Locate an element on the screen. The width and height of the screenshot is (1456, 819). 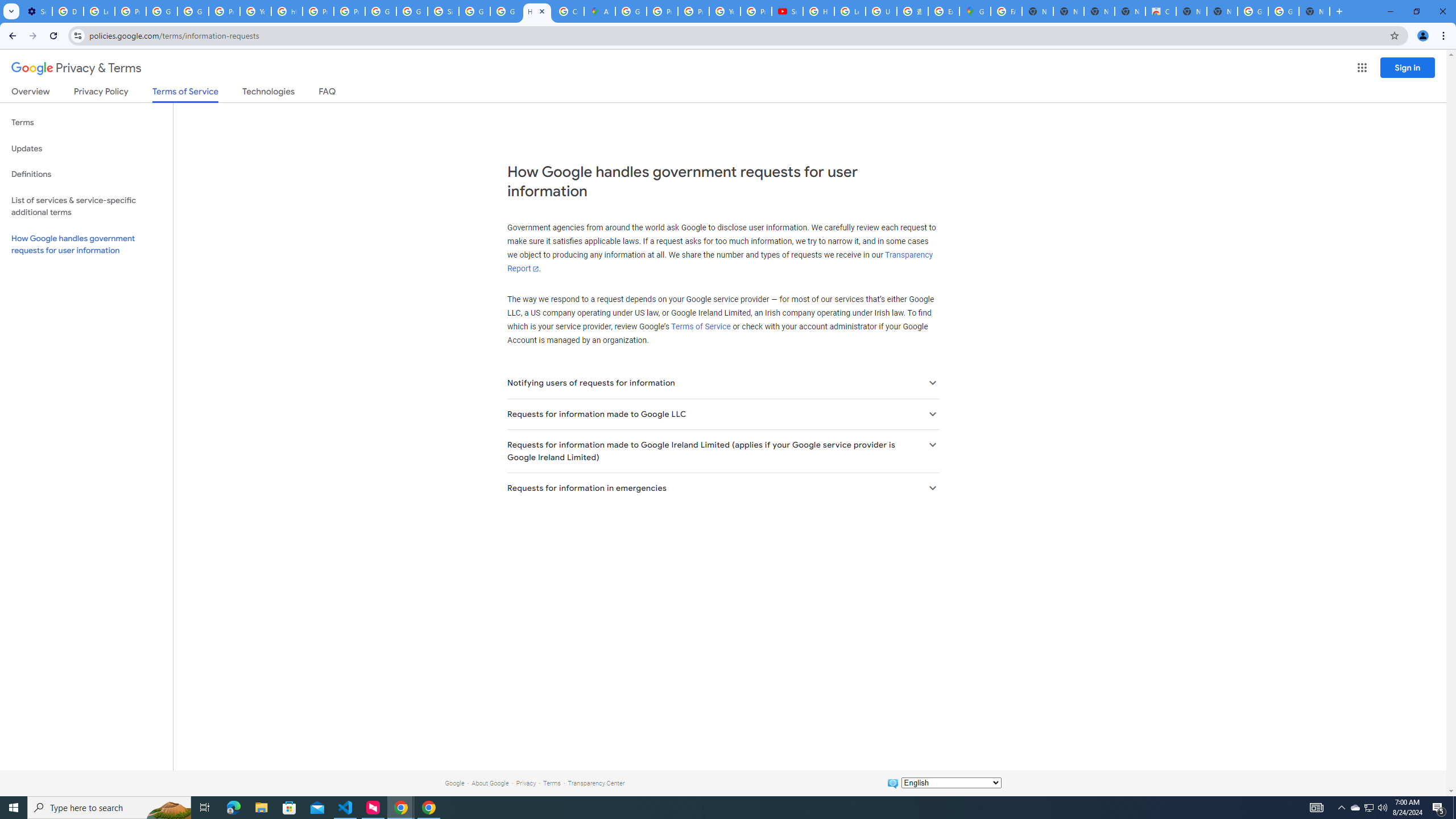
'Delete photos & videos - Computer - Google Photos Help' is located at coordinates (67, 11).